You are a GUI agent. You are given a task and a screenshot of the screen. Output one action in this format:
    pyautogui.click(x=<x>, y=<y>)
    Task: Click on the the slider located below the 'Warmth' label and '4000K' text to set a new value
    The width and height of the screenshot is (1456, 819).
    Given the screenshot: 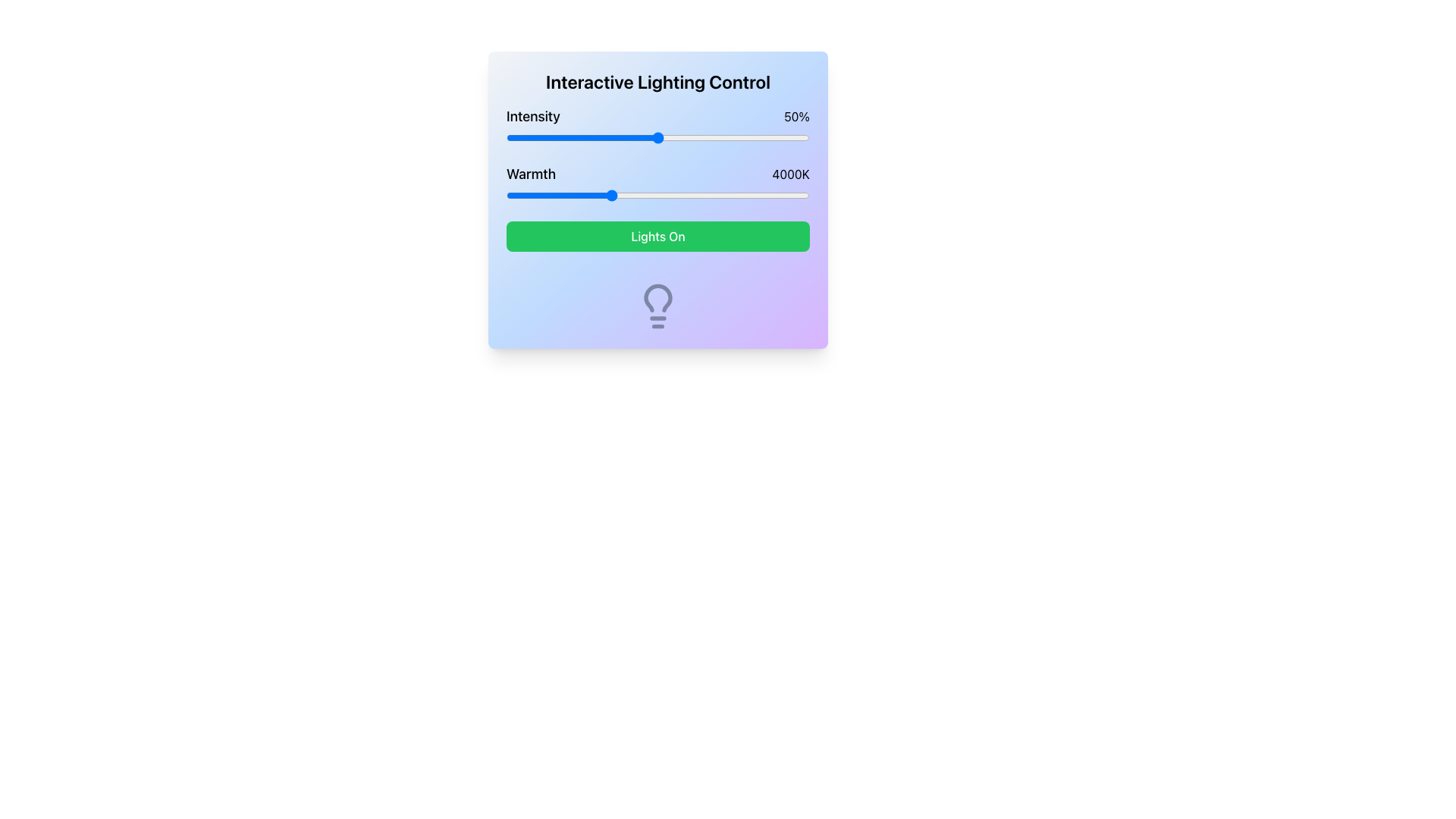 What is the action you would take?
    pyautogui.click(x=658, y=195)
    